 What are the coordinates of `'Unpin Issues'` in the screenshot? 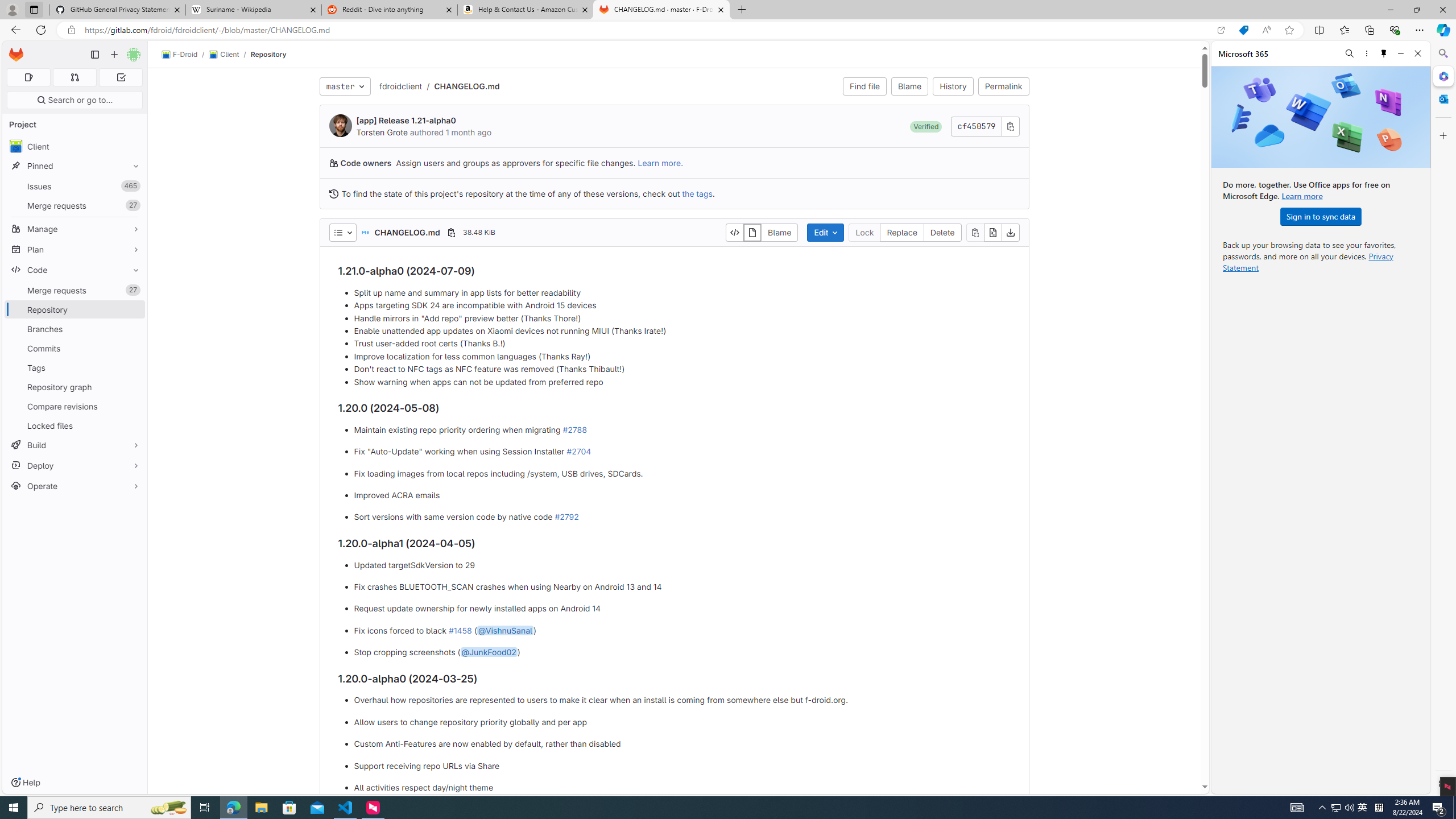 It's located at (133, 185).